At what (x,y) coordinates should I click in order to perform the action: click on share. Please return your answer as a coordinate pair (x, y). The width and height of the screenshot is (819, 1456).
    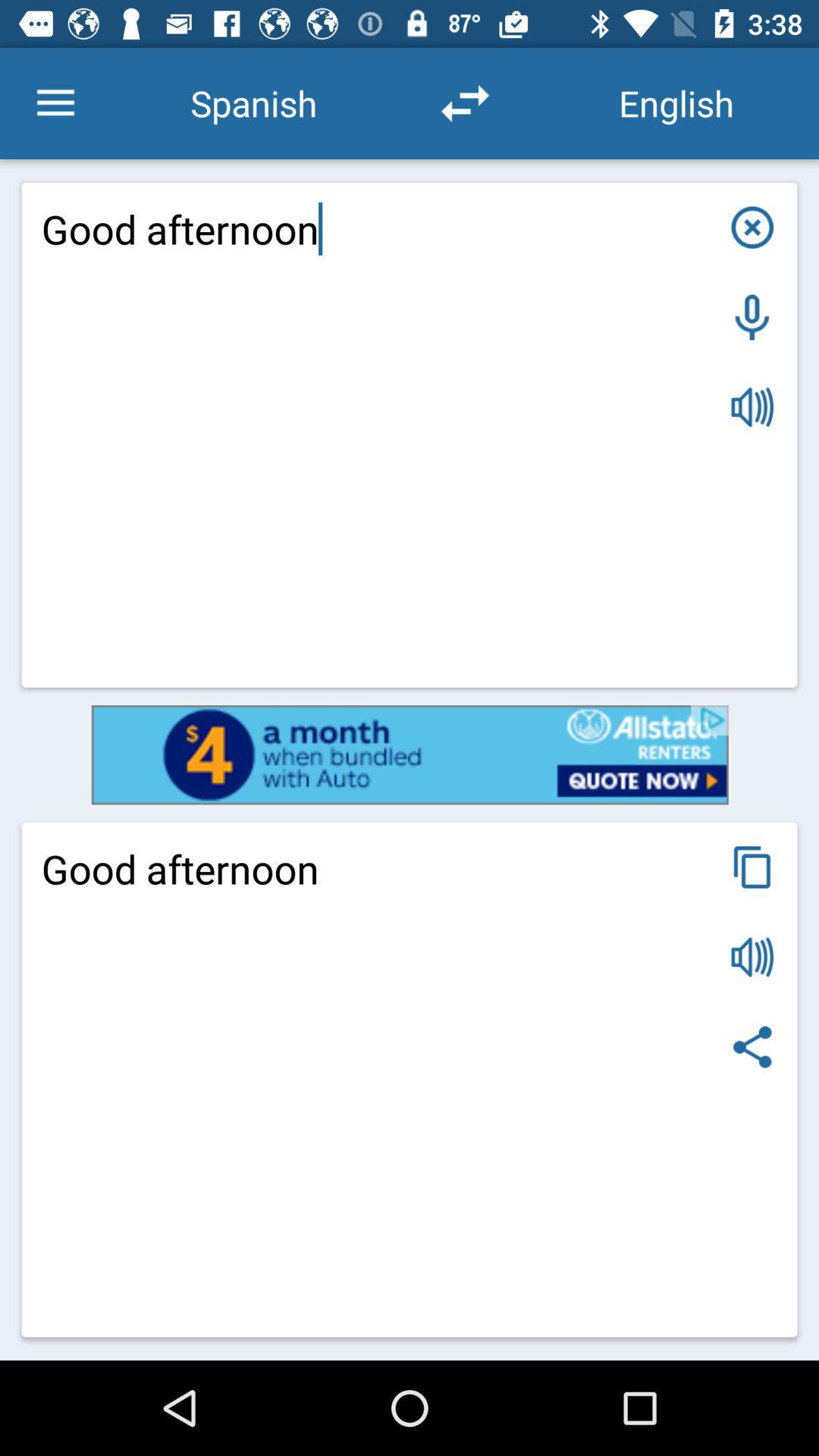
    Looking at the image, I should click on (752, 1046).